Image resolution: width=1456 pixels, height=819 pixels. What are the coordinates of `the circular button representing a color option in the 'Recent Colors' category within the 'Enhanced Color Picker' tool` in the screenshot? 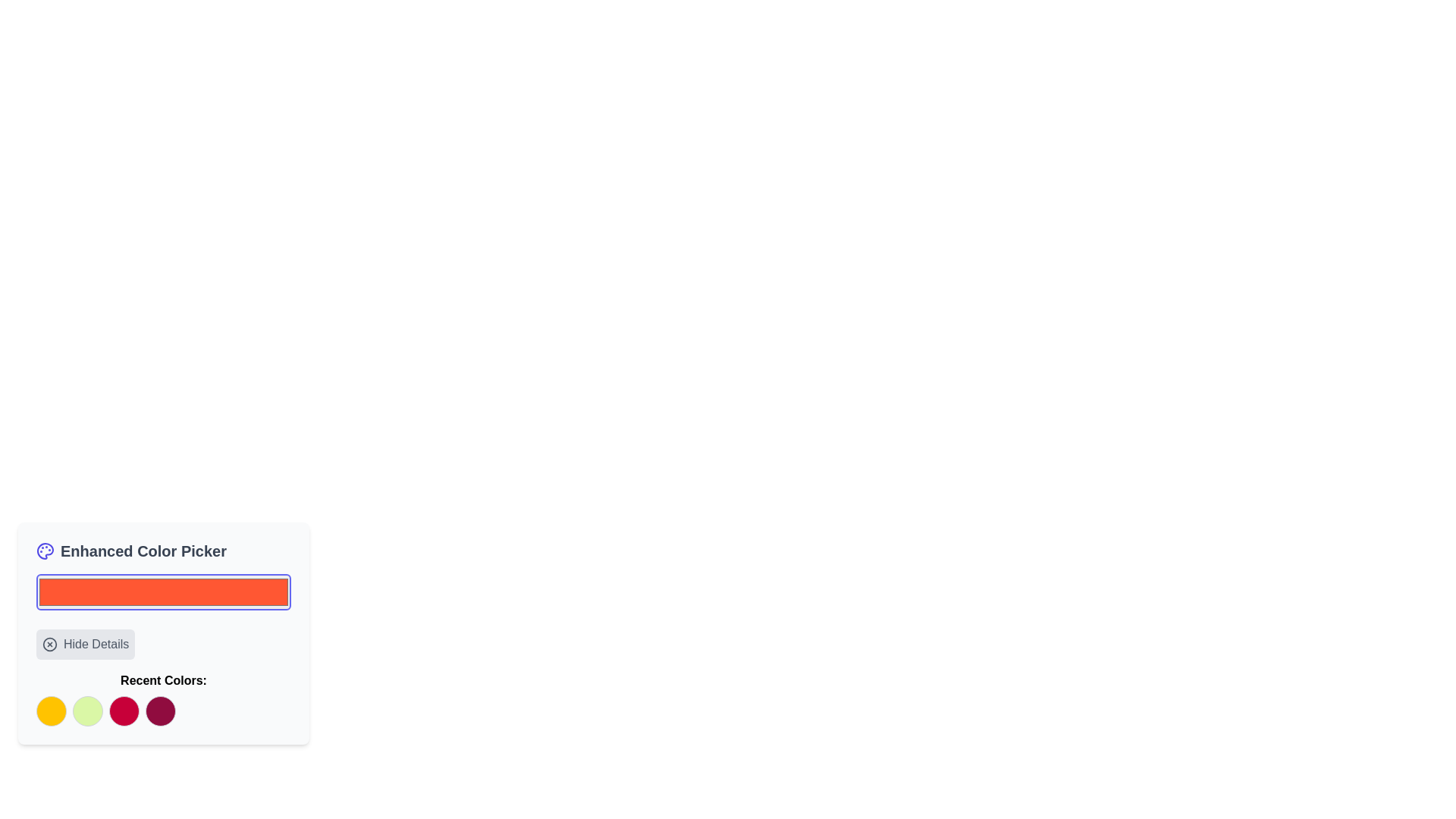 It's located at (86, 711).